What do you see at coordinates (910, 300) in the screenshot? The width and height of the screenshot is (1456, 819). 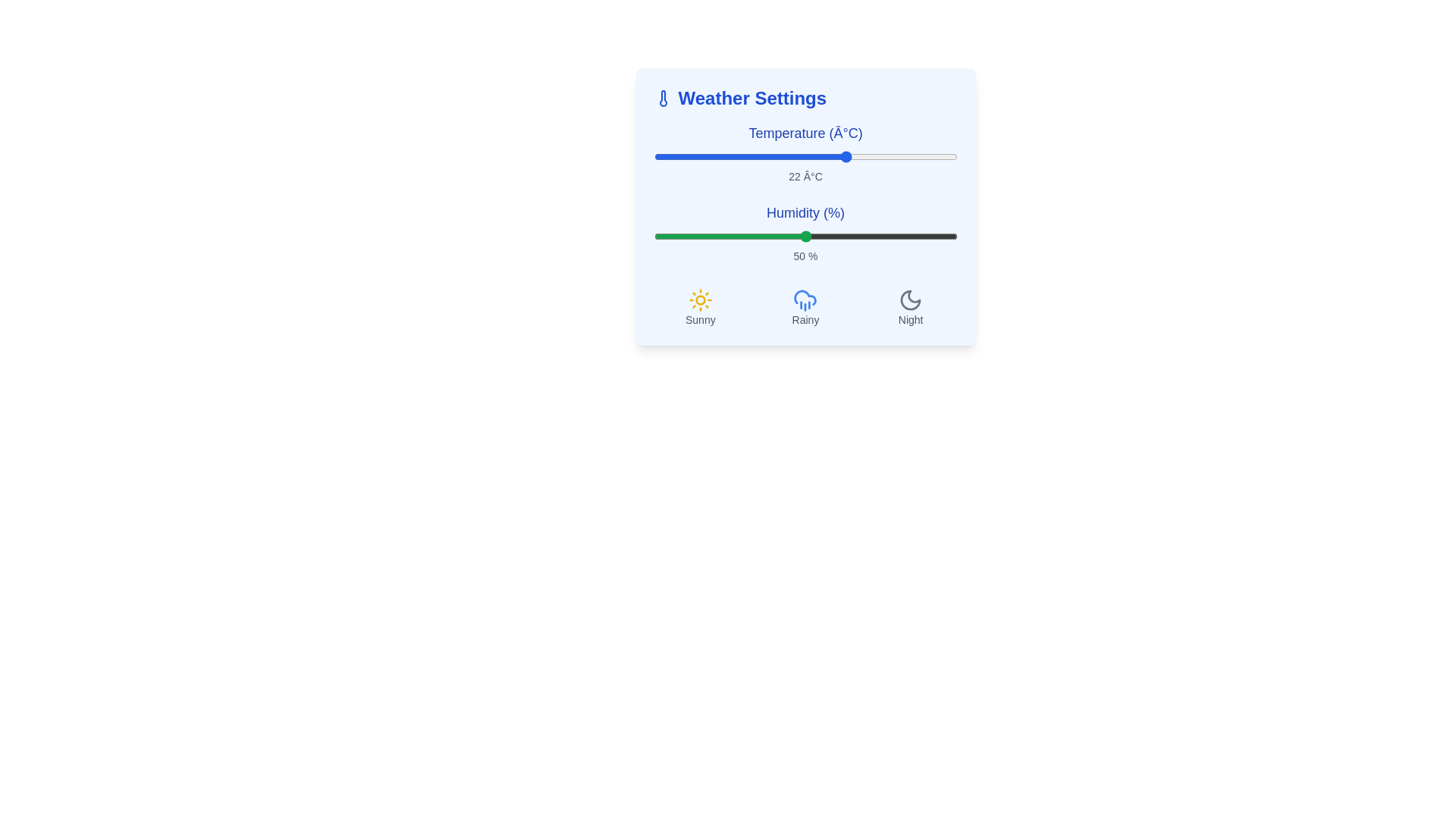 I see `the crescent moon icon representing 'Night' located in the bottom-right section of the 'Weather Settings' card` at bounding box center [910, 300].